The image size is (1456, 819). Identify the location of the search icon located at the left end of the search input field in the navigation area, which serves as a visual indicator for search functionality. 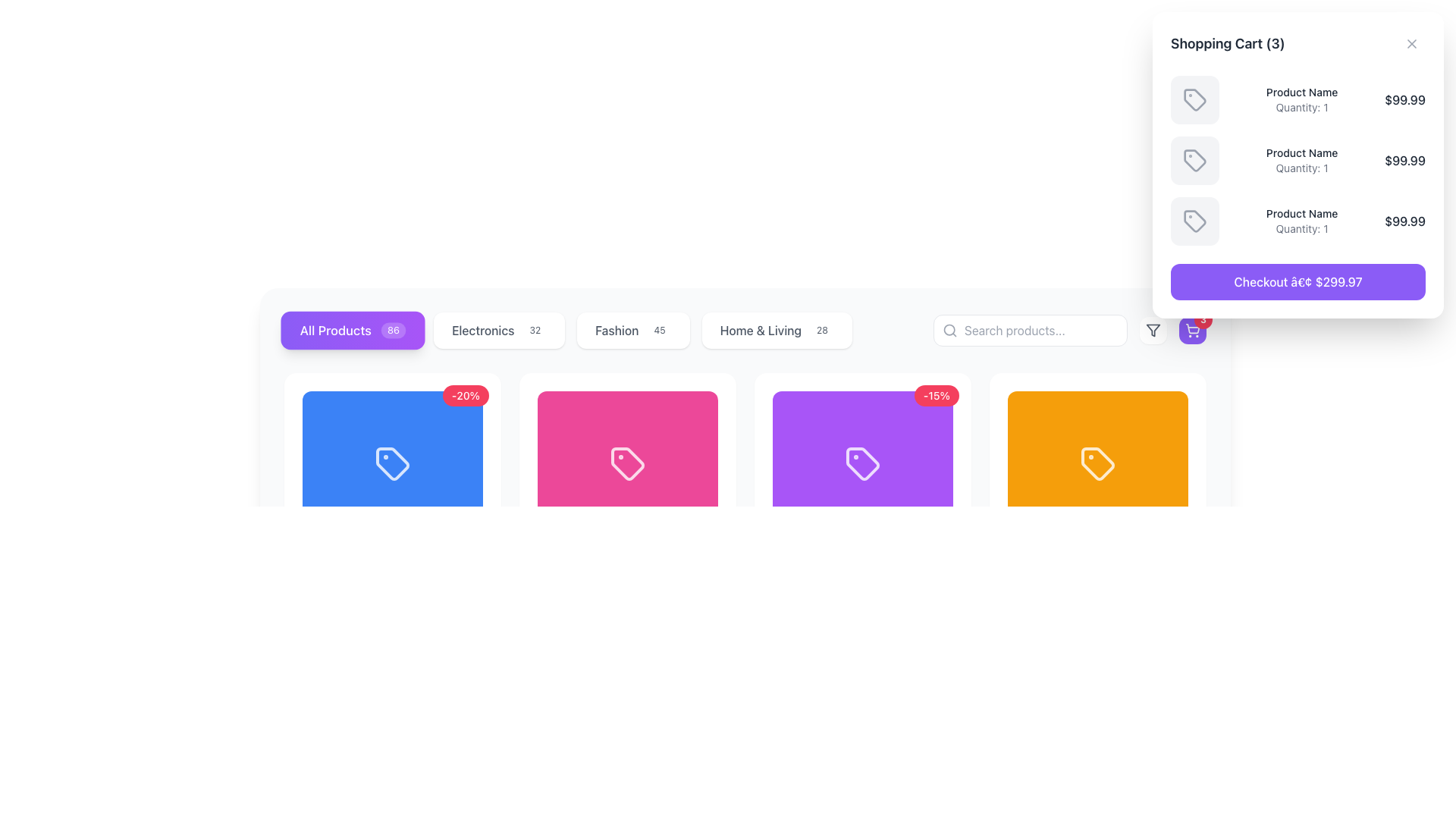
(949, 329).